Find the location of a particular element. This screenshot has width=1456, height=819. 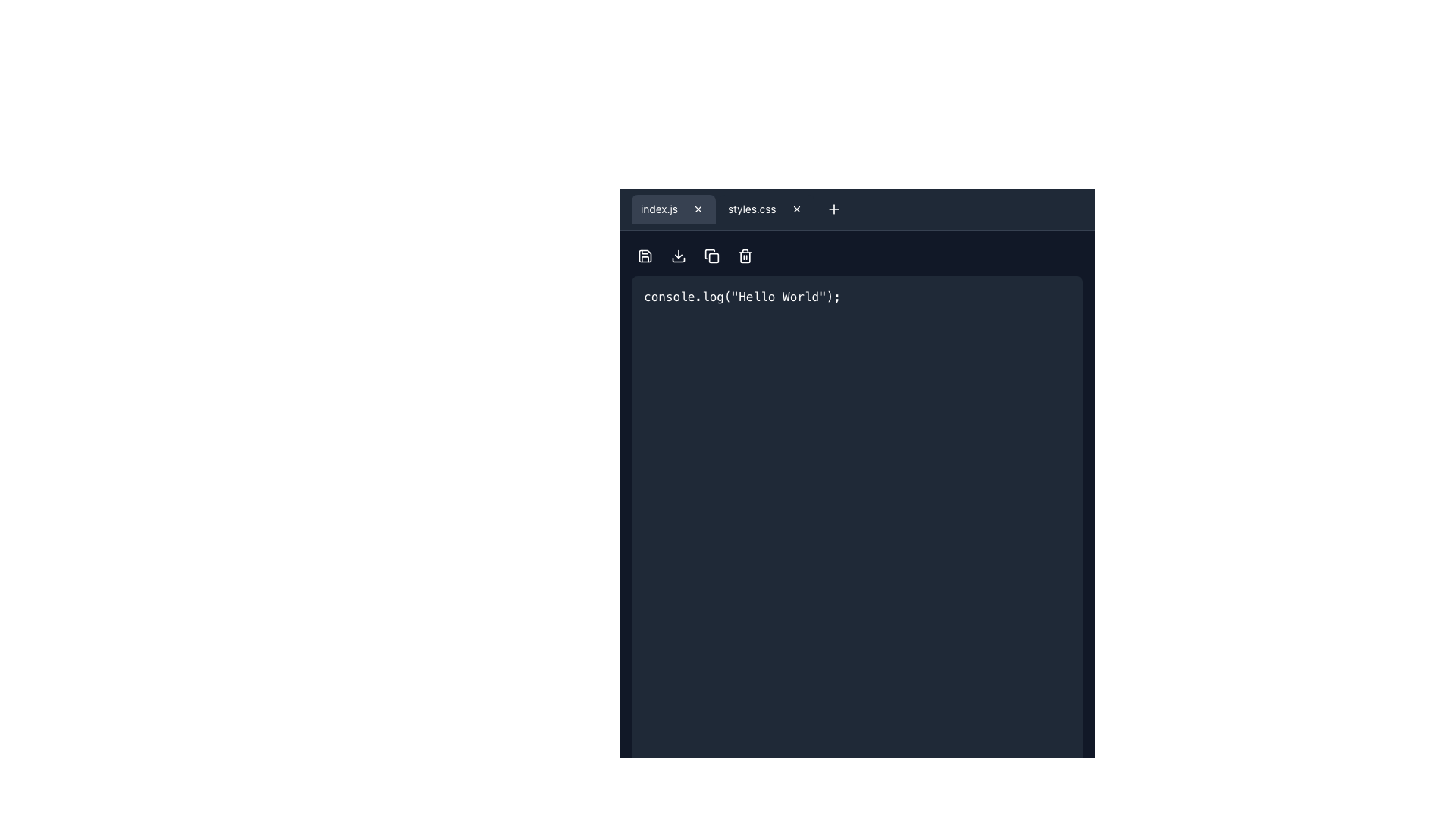

the 'Copy' button located in the top-right corner of the application's toolbar is located at coordinates (711, 256).